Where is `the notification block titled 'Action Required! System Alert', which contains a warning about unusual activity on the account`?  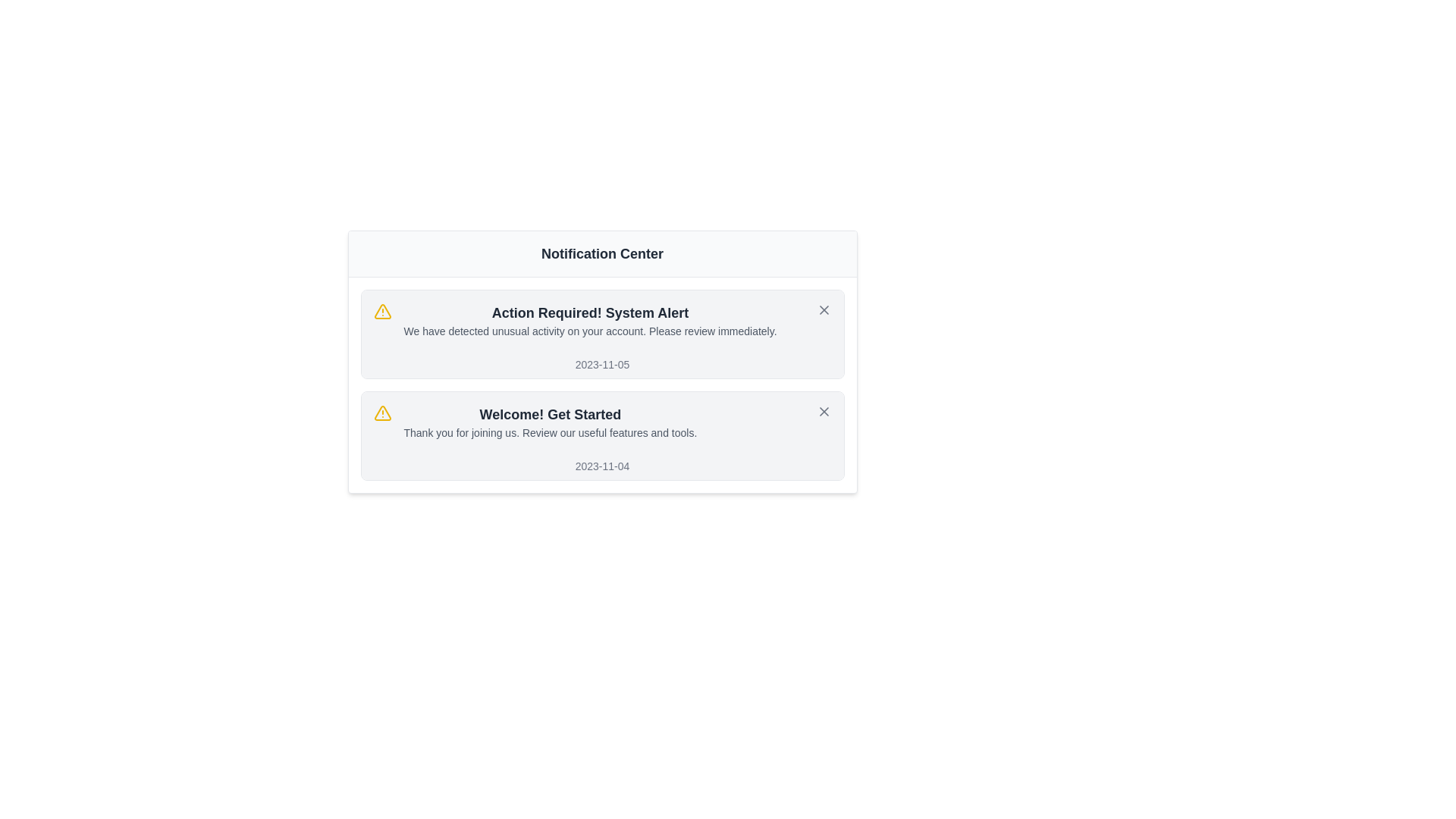 the notification block titled 'Action Required! System Alert', which contains a warning about unusual activity on the account is located at coordinates (589, 320).